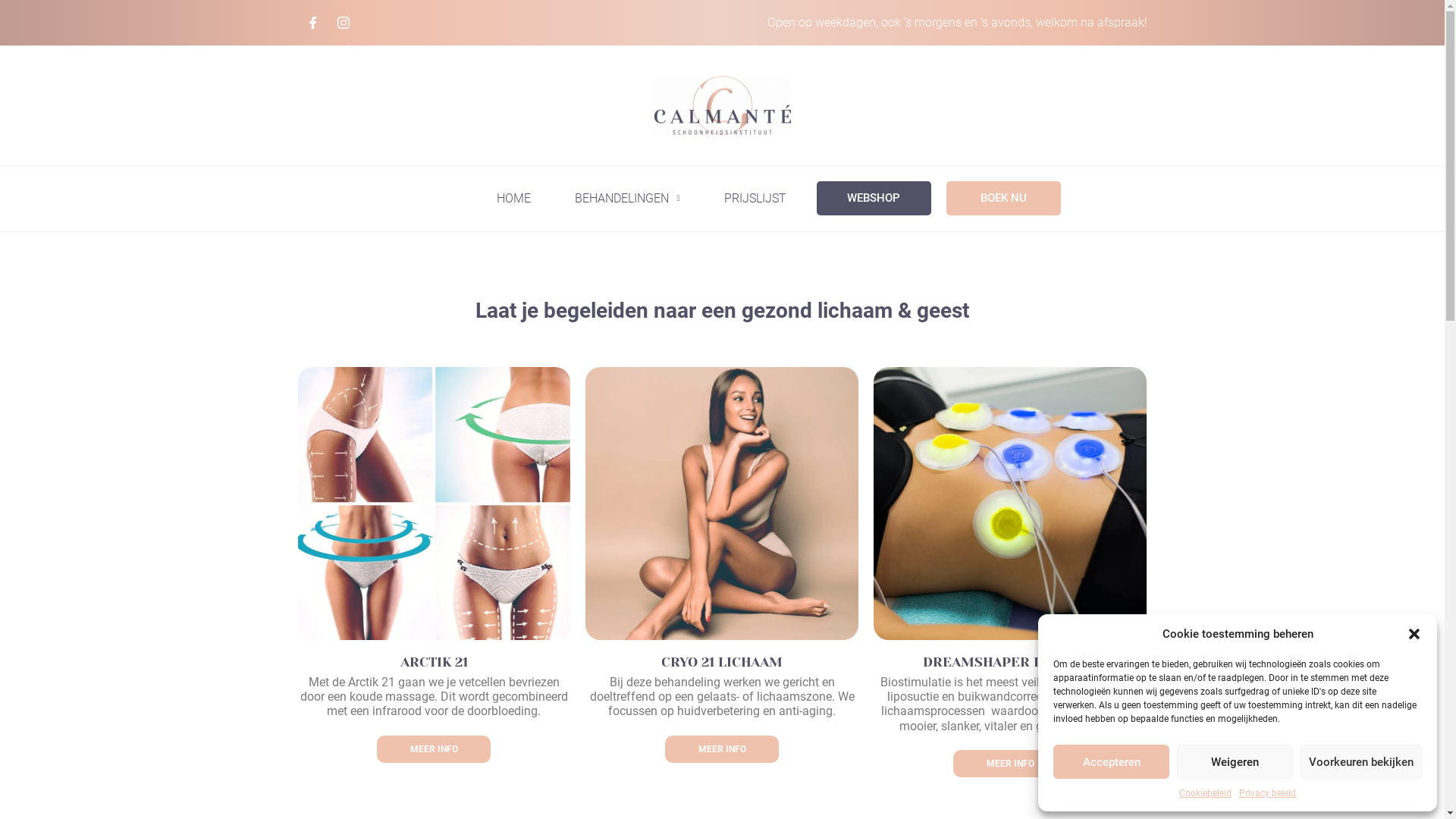  Describe the element at coordinates (1204, 792) in the screenshot. I see `'Cookiebeleid'` at that location.